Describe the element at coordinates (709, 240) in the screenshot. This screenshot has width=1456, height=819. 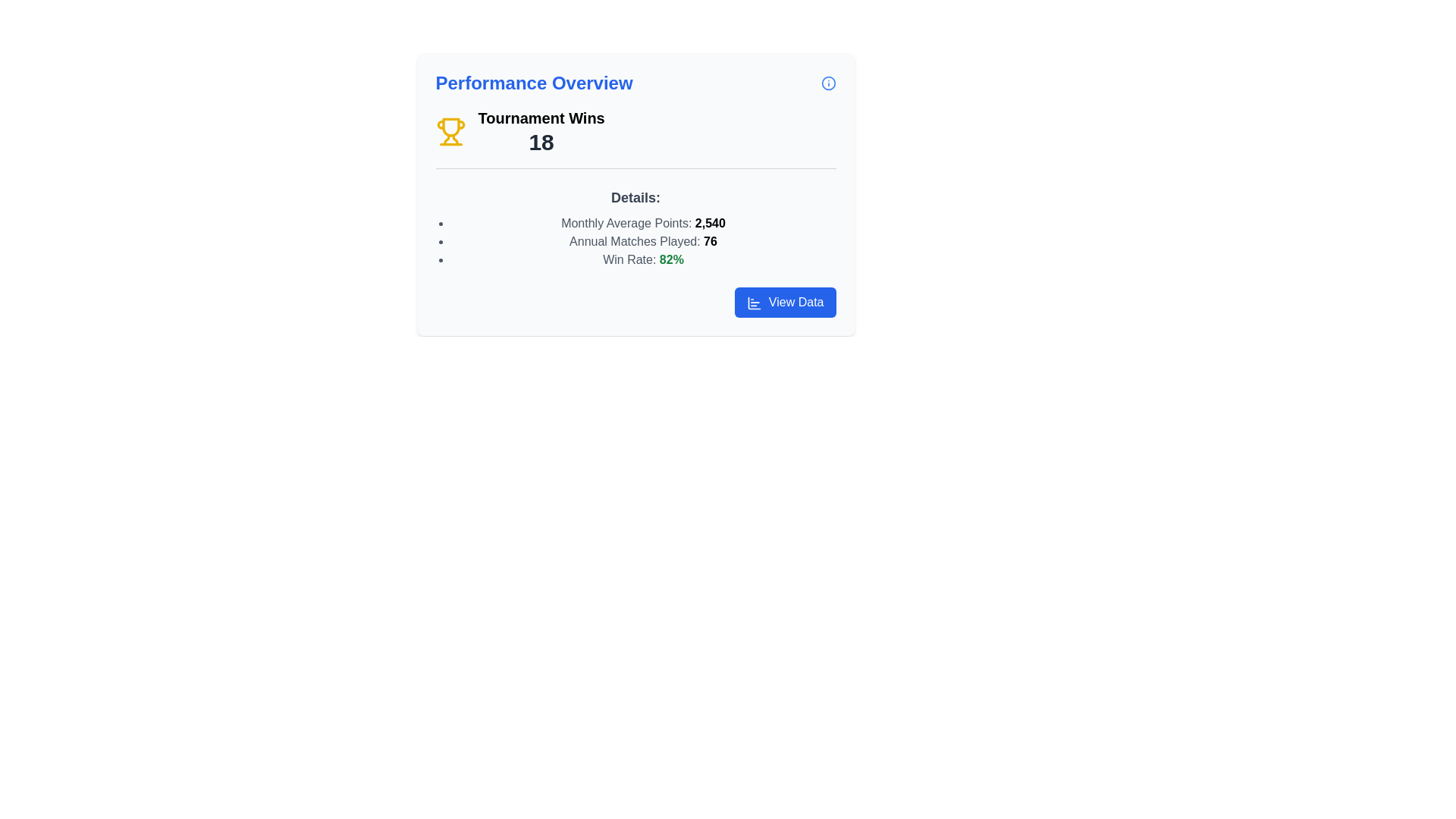
I see `the bold numeric text displaying '76' in the 'Annual Matches Played' information within the 'Details' section of the performance overview card` at that location.